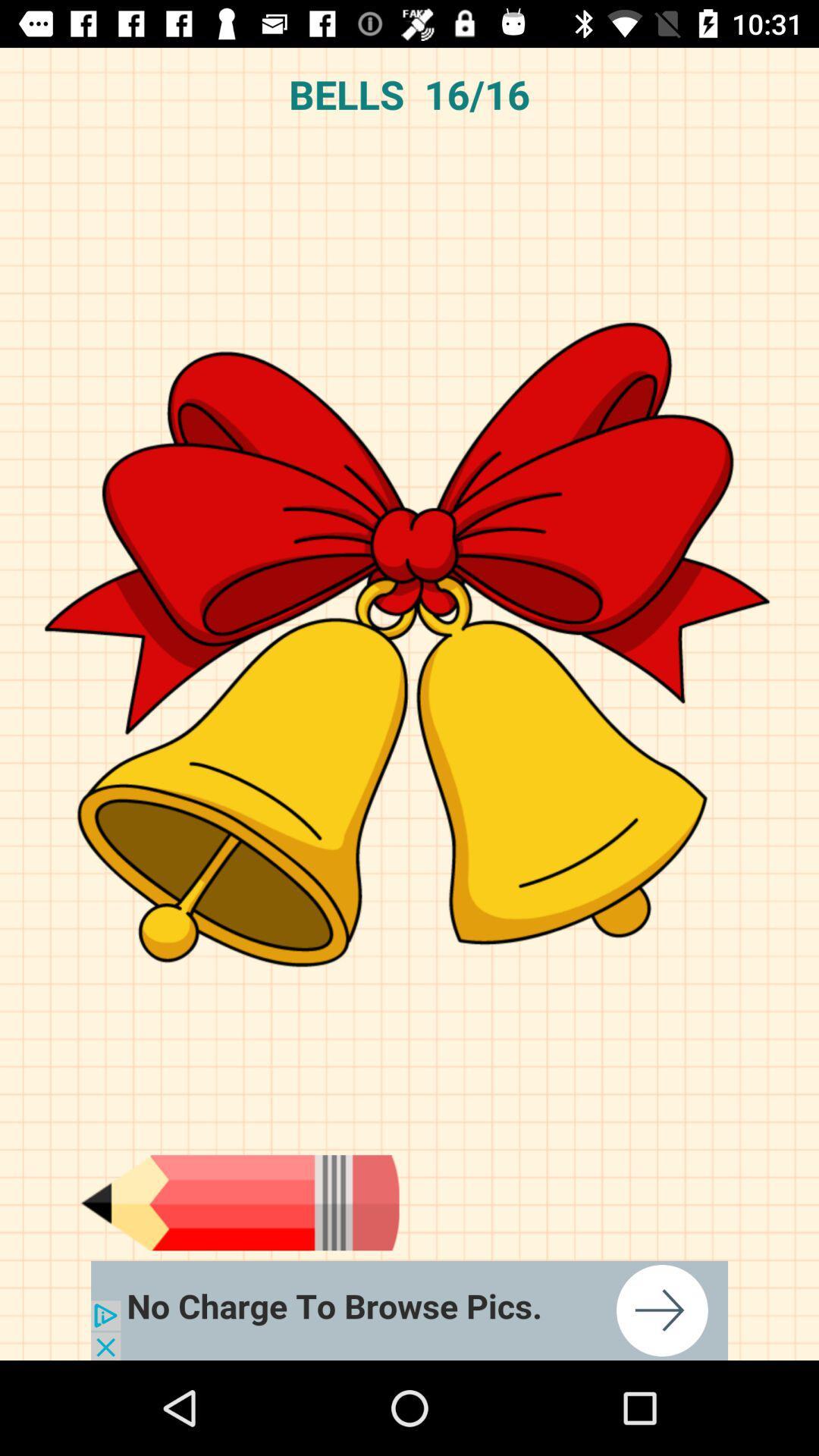  Describe the element at coordinates (409, 1310) in the screenshot. I see `open advertisement` at that location.